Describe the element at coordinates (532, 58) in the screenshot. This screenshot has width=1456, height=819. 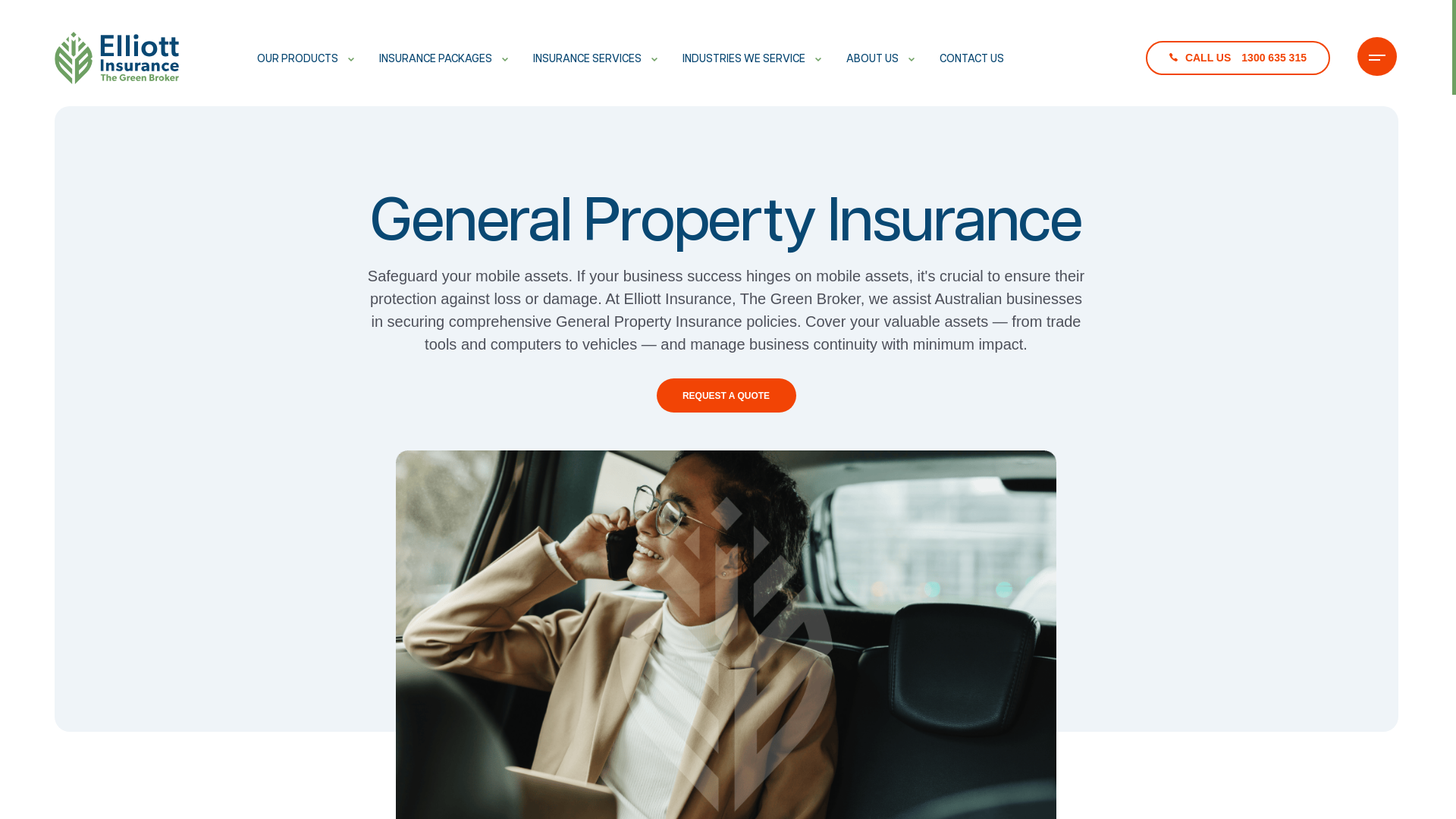
I see `'INSURANCE SERVICES'` at that location.